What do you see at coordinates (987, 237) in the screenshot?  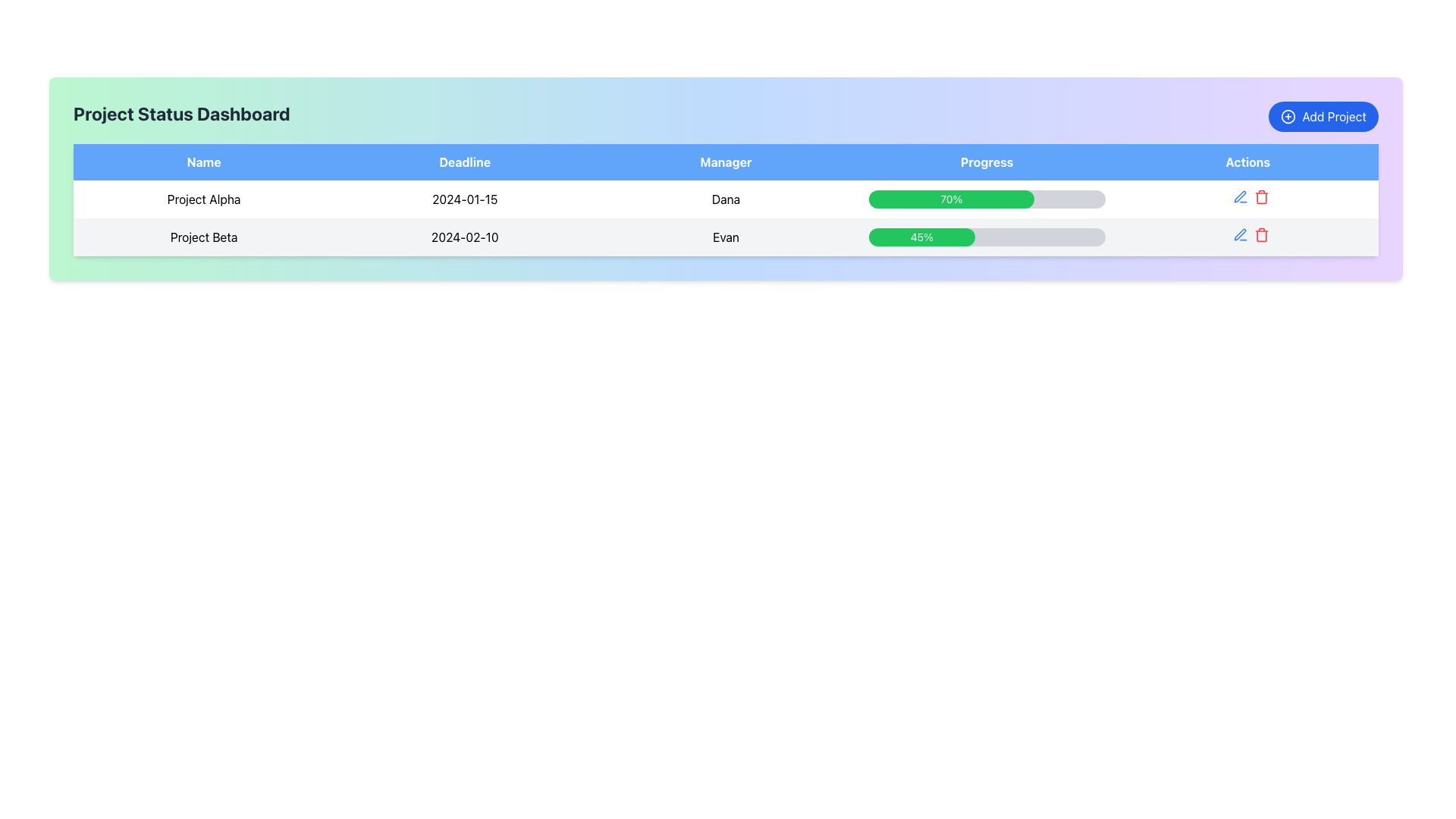 I see `the progress value displayed in the green section of the progress bar for 'Project Beta', which shows '45%'` at bounding box center [987, 237].